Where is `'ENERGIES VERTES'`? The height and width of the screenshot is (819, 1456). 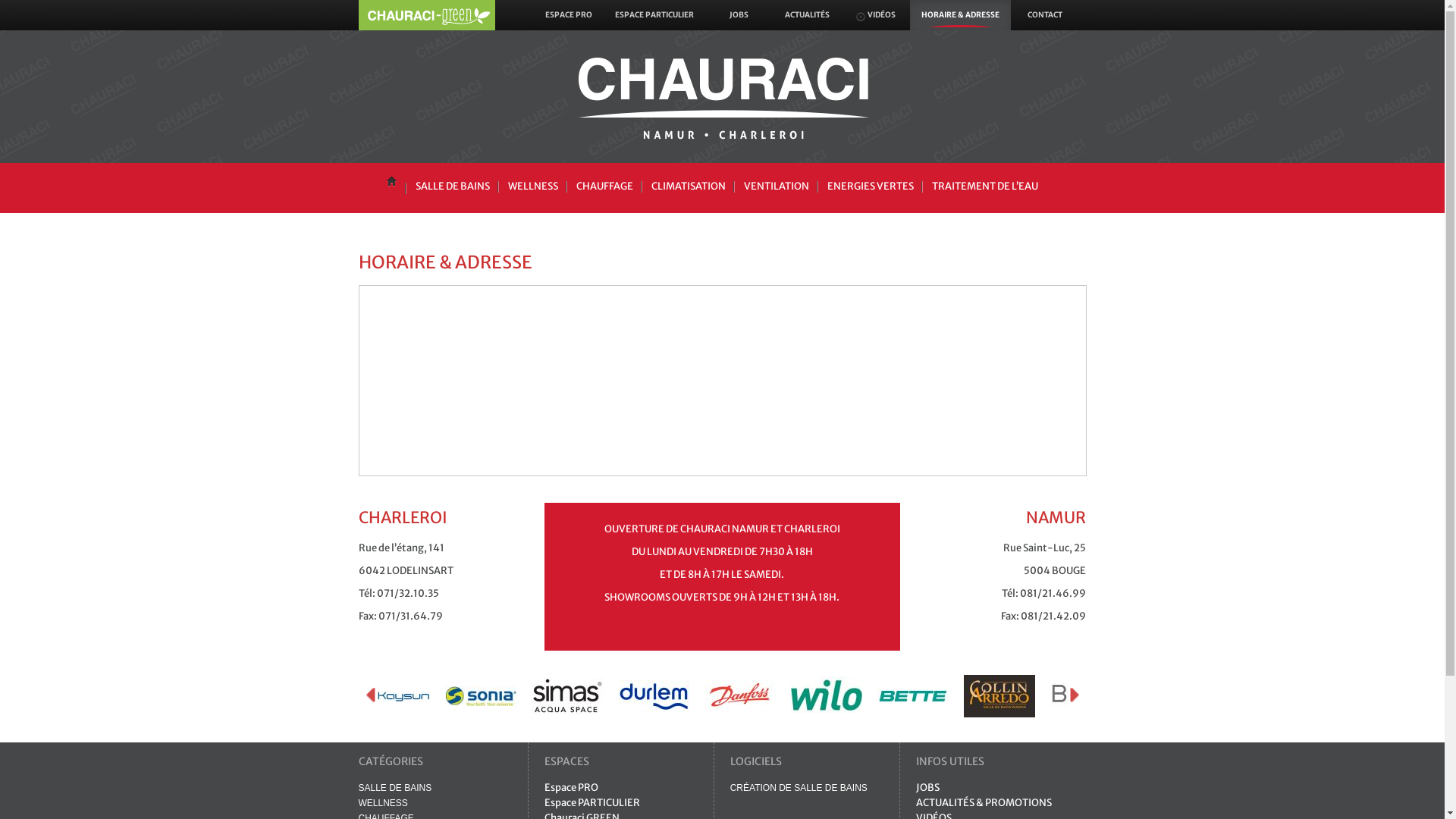
'ENERGIES VERTES' is located at coordinates (870, 186).